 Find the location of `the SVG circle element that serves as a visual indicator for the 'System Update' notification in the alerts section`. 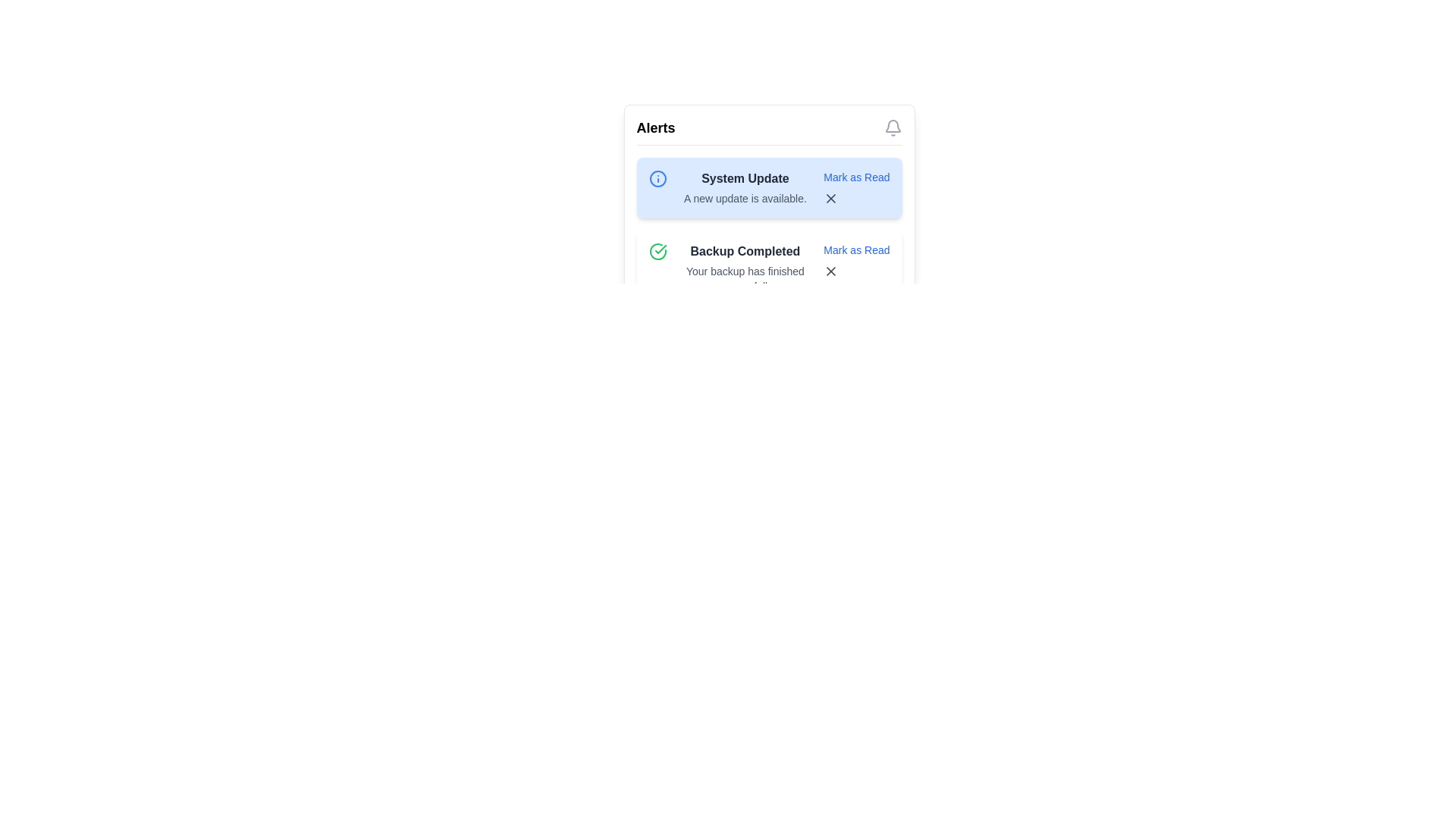

the SVG circle element that serves as a visual indicator for the 'System Update' notification in the alerts section is located at coordinates (657, 177).